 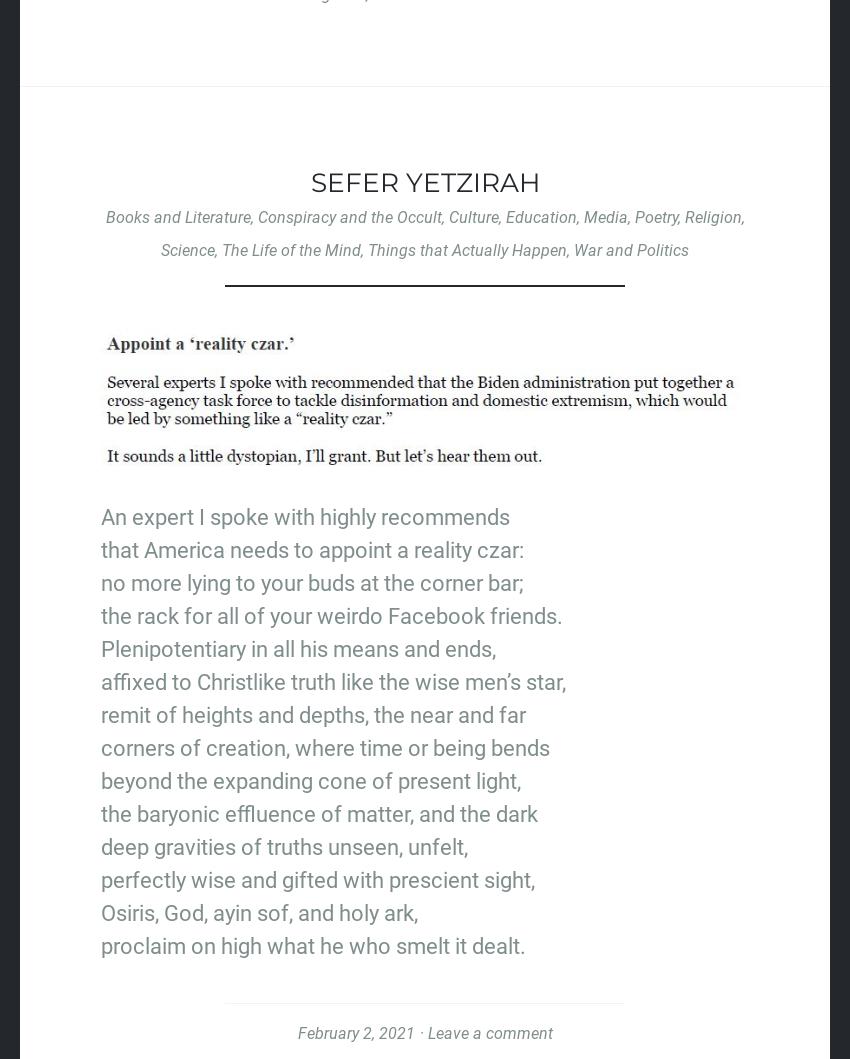 What do you see at coordinates (332, 614) in the screenshot?
I see `'the rack for all of your weirdo Facebook friends.'` at bounding box center [332, 614].